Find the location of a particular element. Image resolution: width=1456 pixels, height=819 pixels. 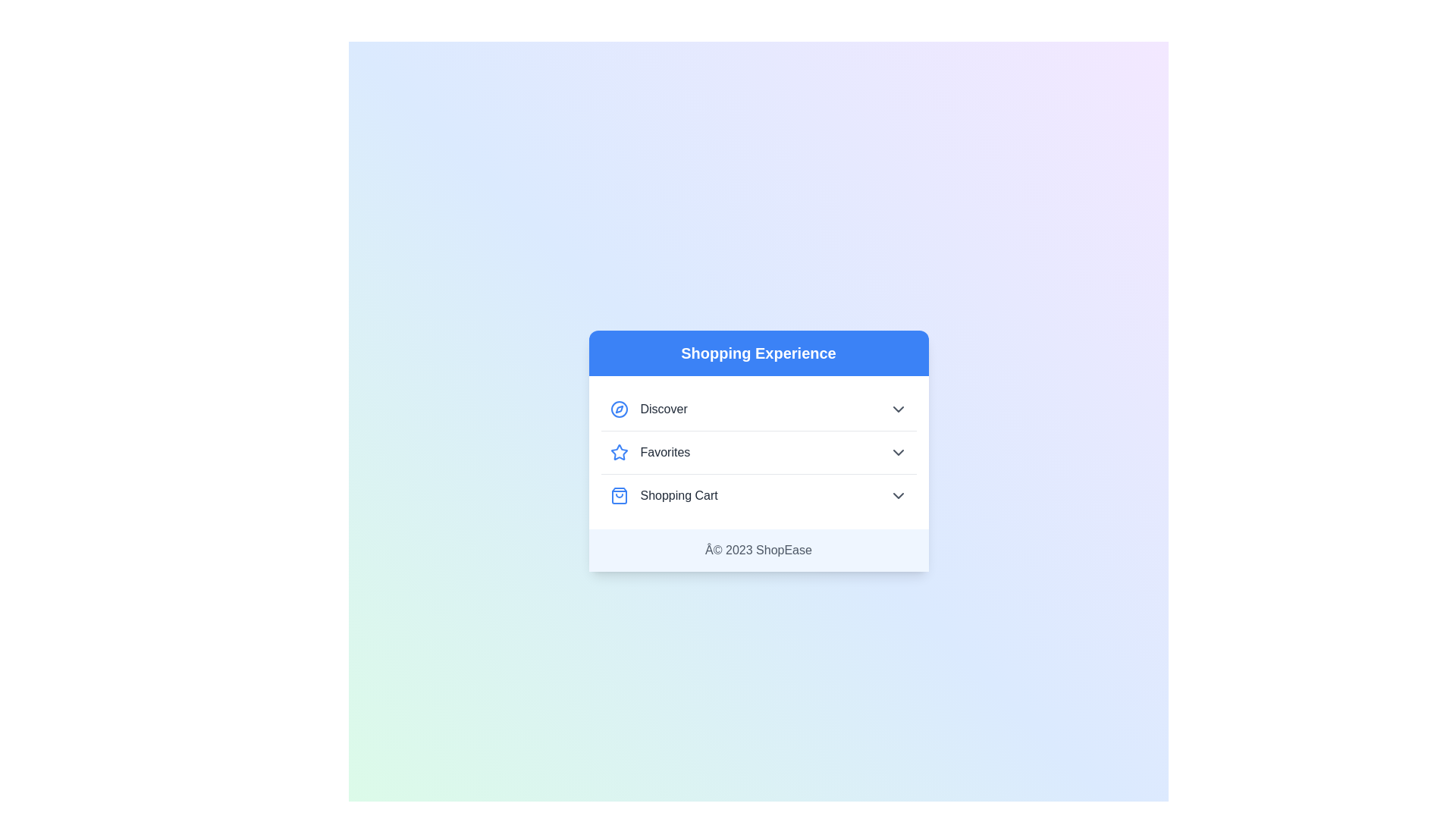

the icon next to the category Discover is located at coordinates (619, 409).